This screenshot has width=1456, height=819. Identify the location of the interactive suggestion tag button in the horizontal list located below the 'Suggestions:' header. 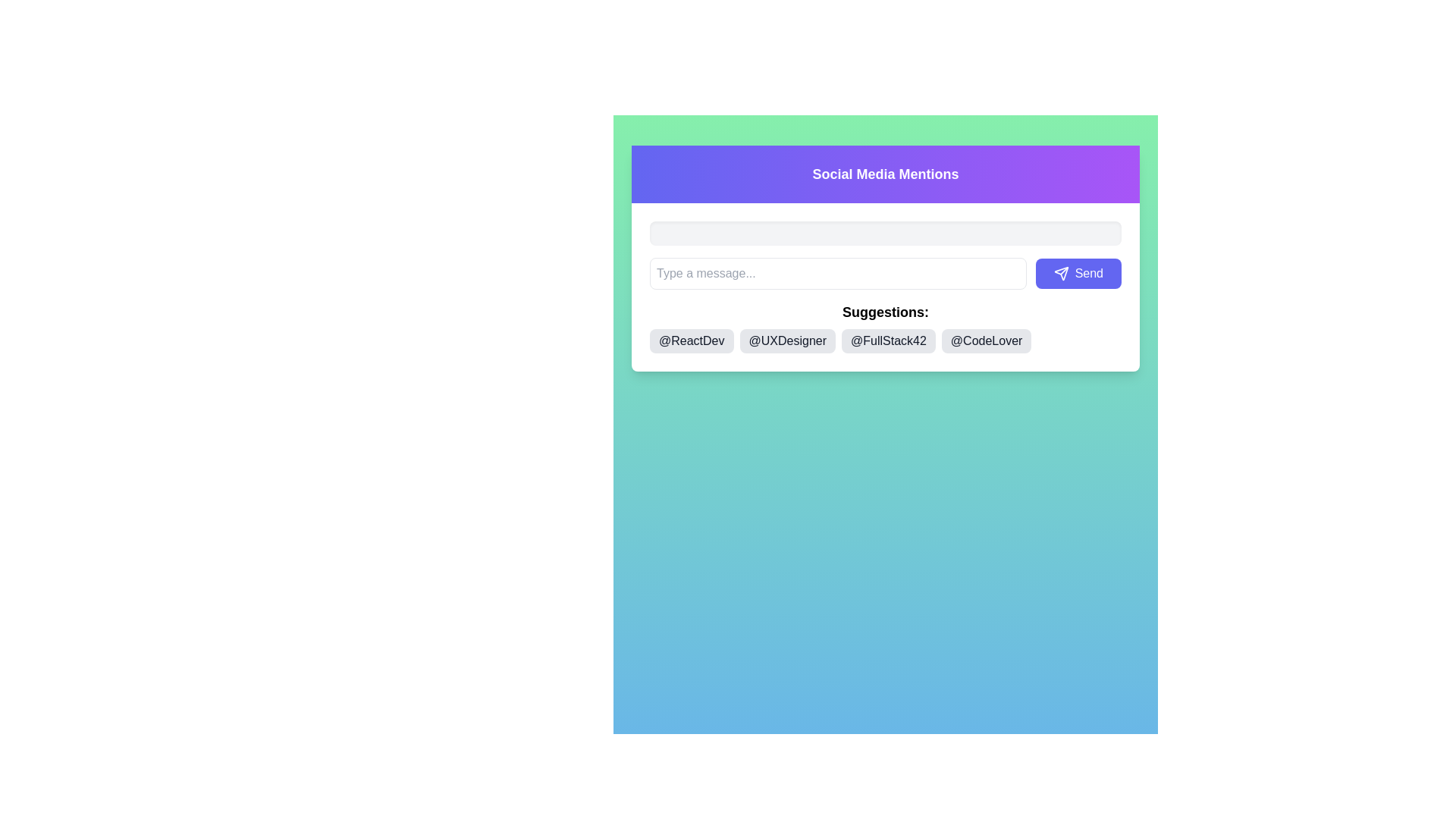
(885, 341).